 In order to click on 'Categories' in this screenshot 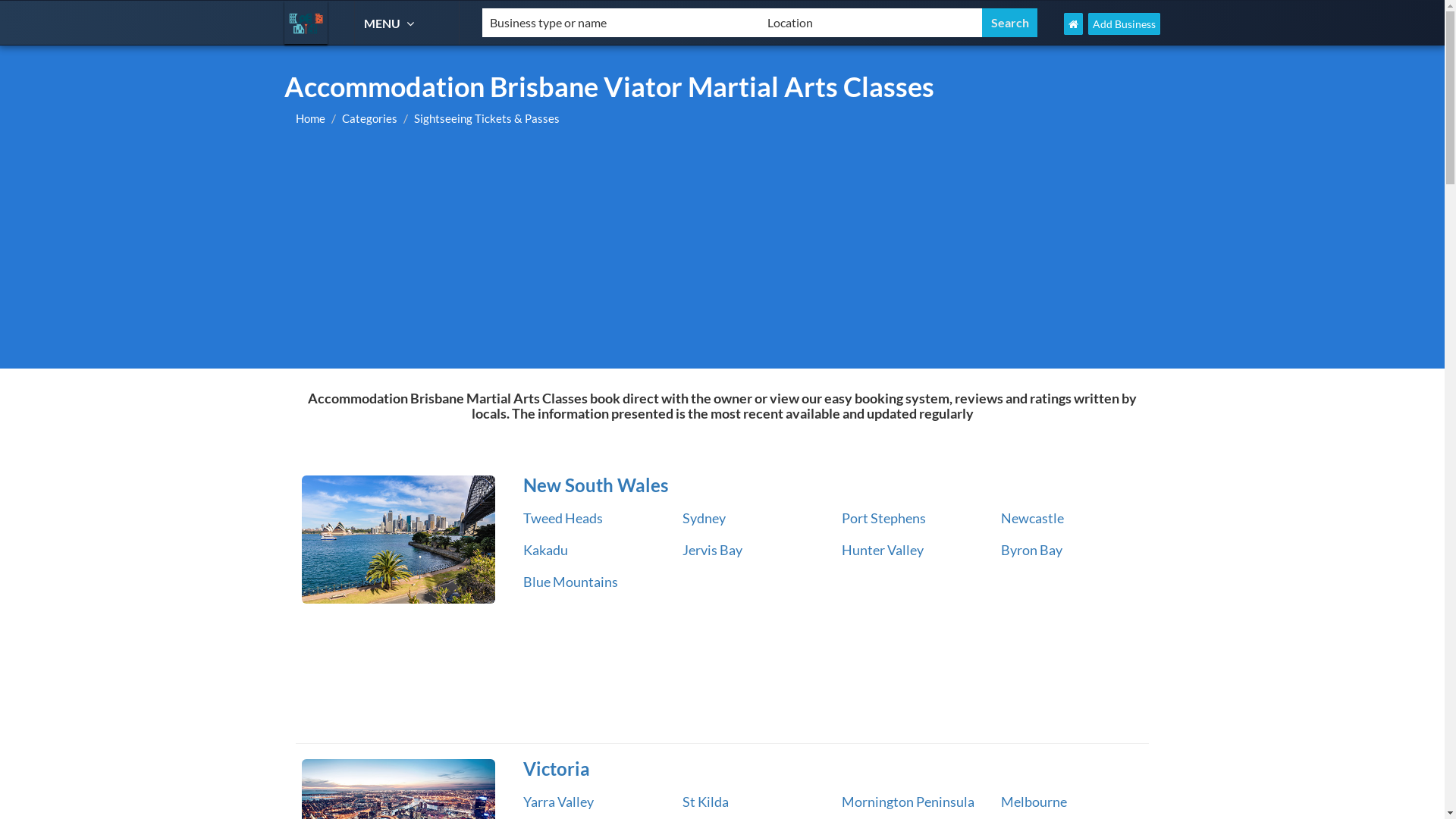, I will do `click(341, 117)`.